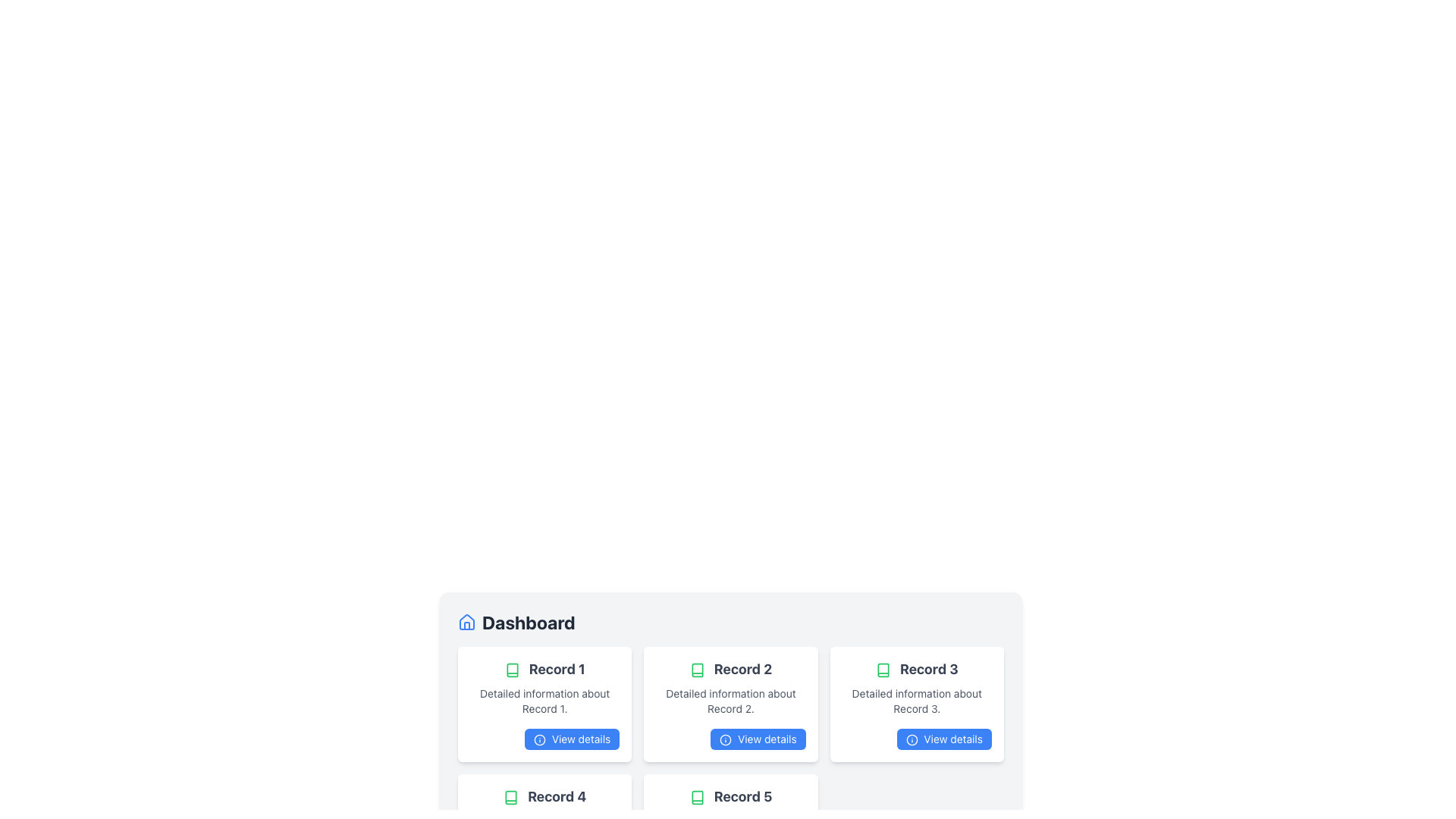 The width and height of the screenshot is (1456, 819). Describe the element at coordinates (696, 670) in the screenshot. I see `the book icon located under the title 'Record 2' in the second column of the top row within a grid layout, which serves as a visual representation for associated record content` at that location.